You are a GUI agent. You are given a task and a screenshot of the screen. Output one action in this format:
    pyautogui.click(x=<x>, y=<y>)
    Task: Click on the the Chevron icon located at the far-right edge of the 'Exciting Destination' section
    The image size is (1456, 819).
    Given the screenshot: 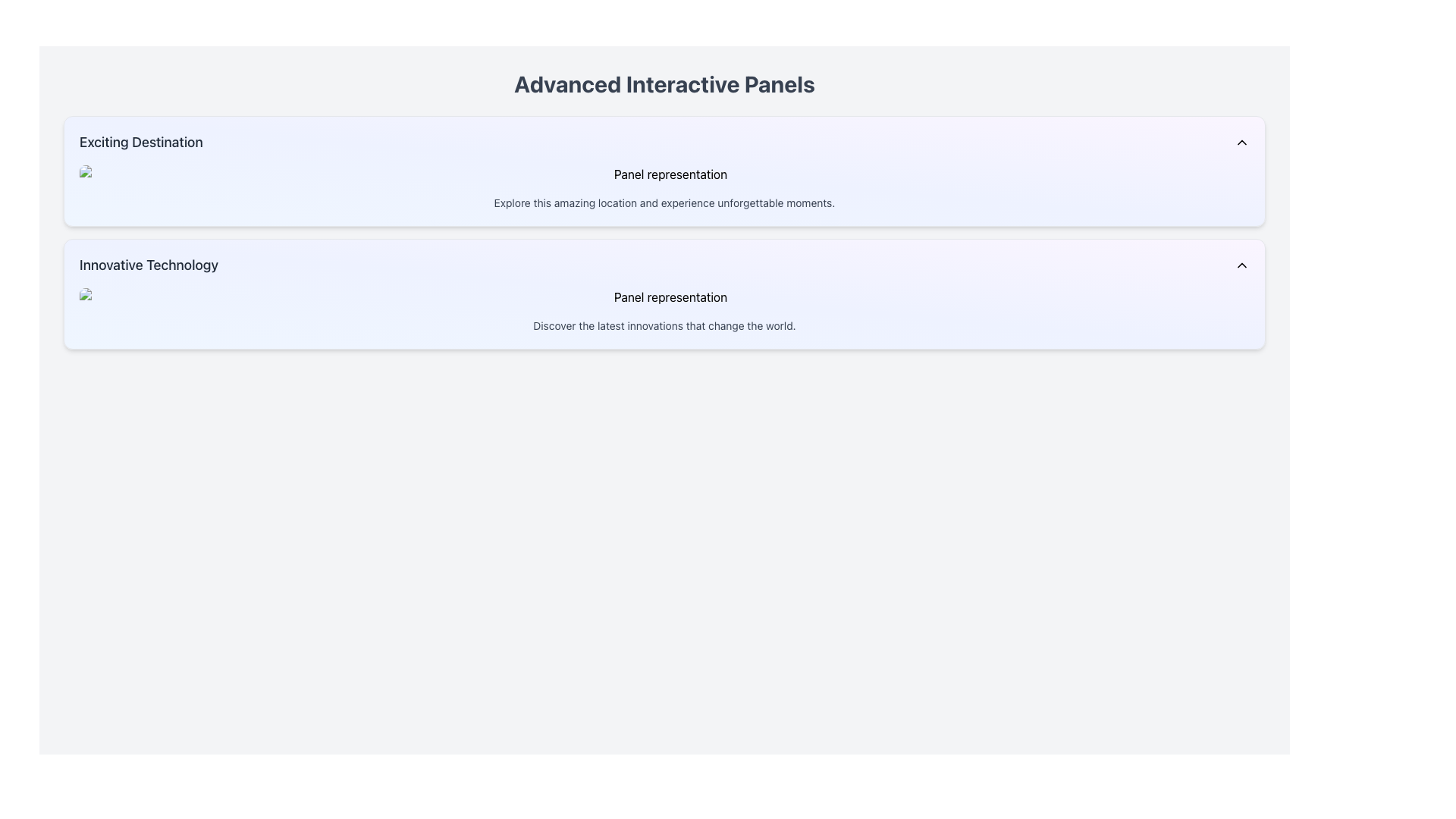 What is the action you would take?
    pyautogui.click(x=1241, y=143)
    